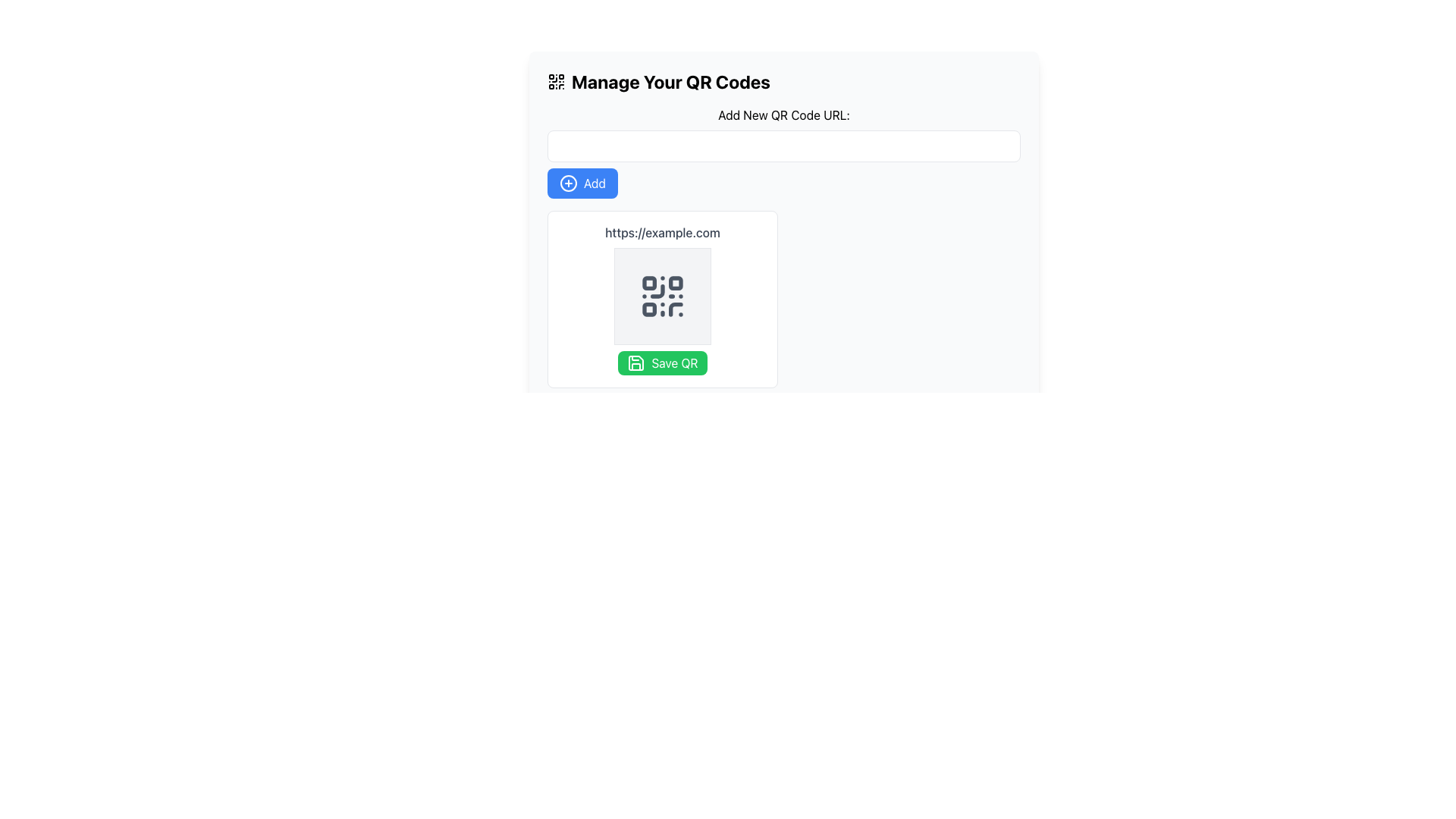 The height and width of the screenshot is (819, 1456). Describe the element at coordinates (556, 82) in the screenshot. I see `the SVG icon representing a QR code, located at the top-left corner of the interface next to the 'Manage Your QR Codes' heading` at that location.